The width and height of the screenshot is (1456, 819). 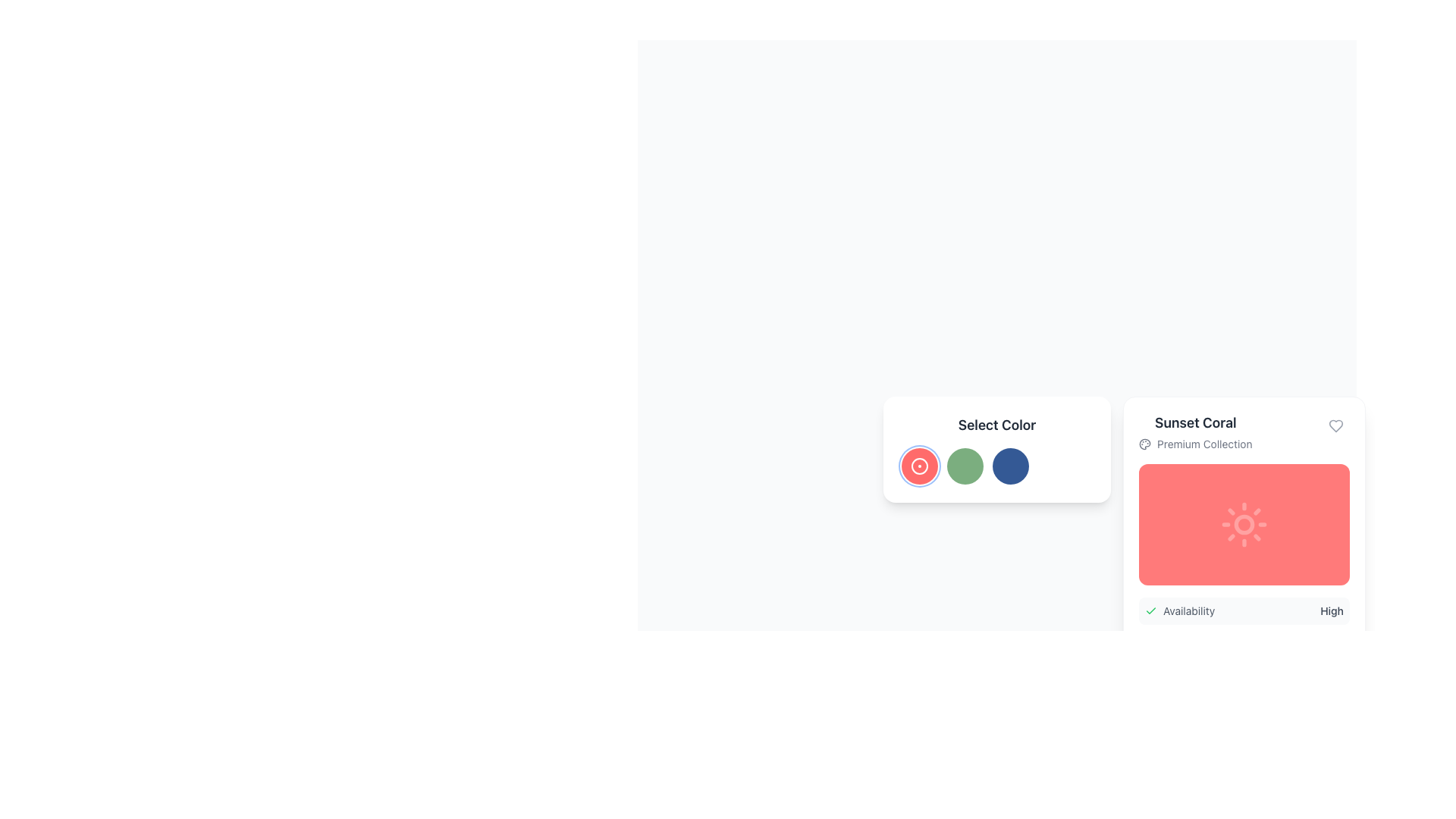 What do you see at coordinates (1203, 444) in the screenshot?
I see `the premium Text Label that indicates special categorization, located next to the 'Sunset Coral' label` at bounding box center [1203, 444].